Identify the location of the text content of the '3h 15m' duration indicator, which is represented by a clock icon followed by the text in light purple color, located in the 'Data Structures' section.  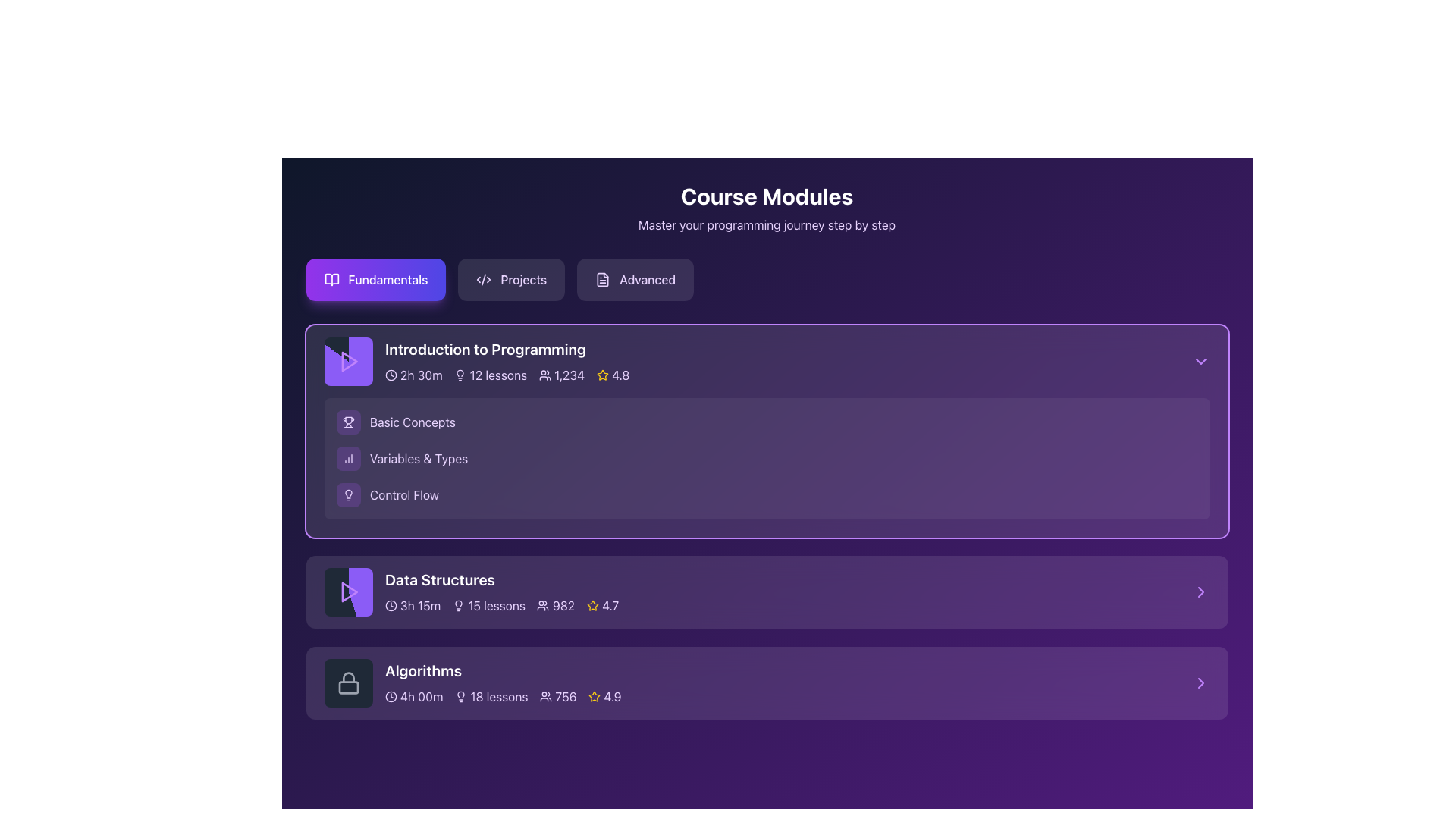
(413, 604).